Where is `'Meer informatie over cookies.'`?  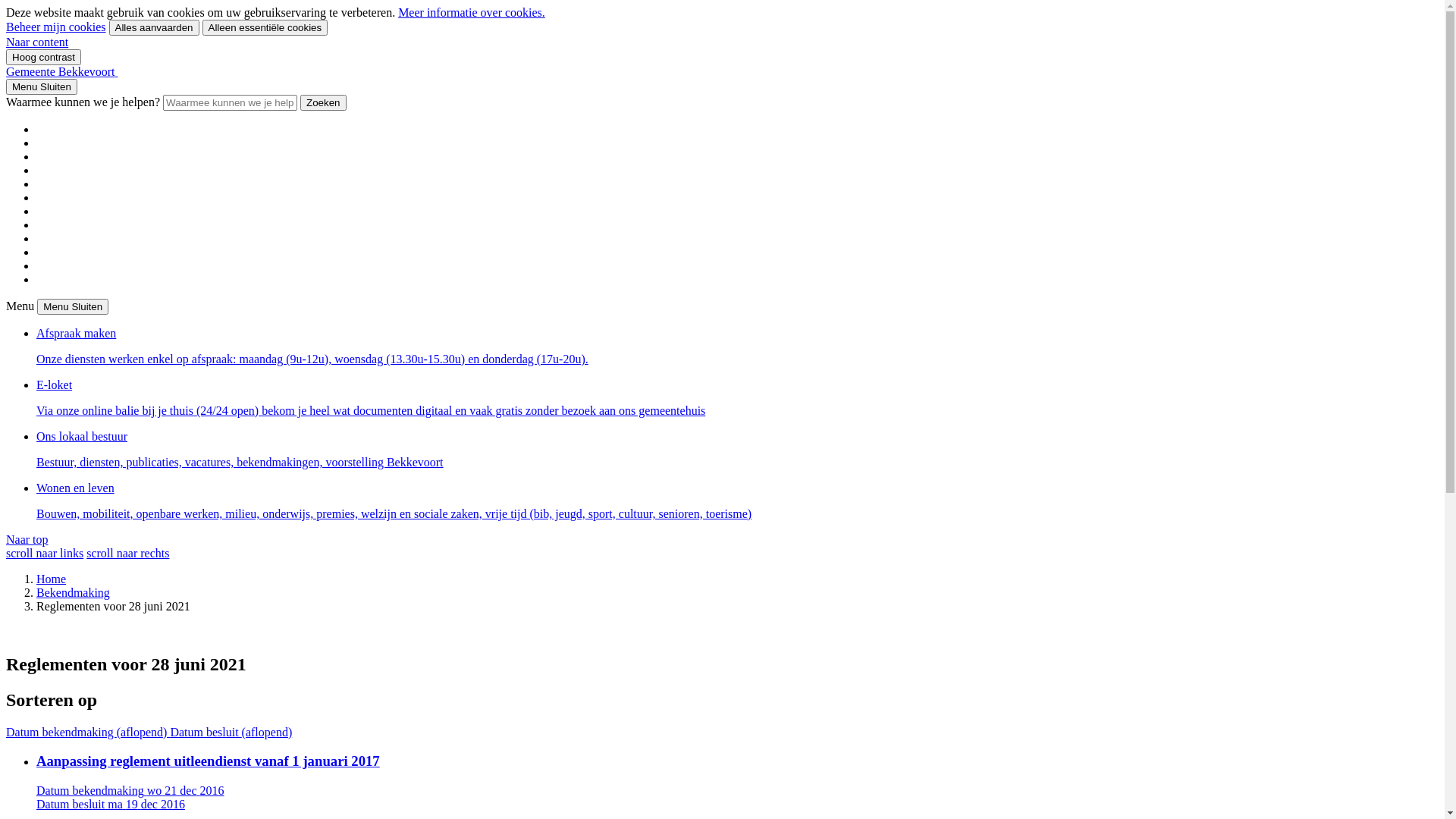
'Meer informatie over cookies.' is located at coordinates (471, 12).